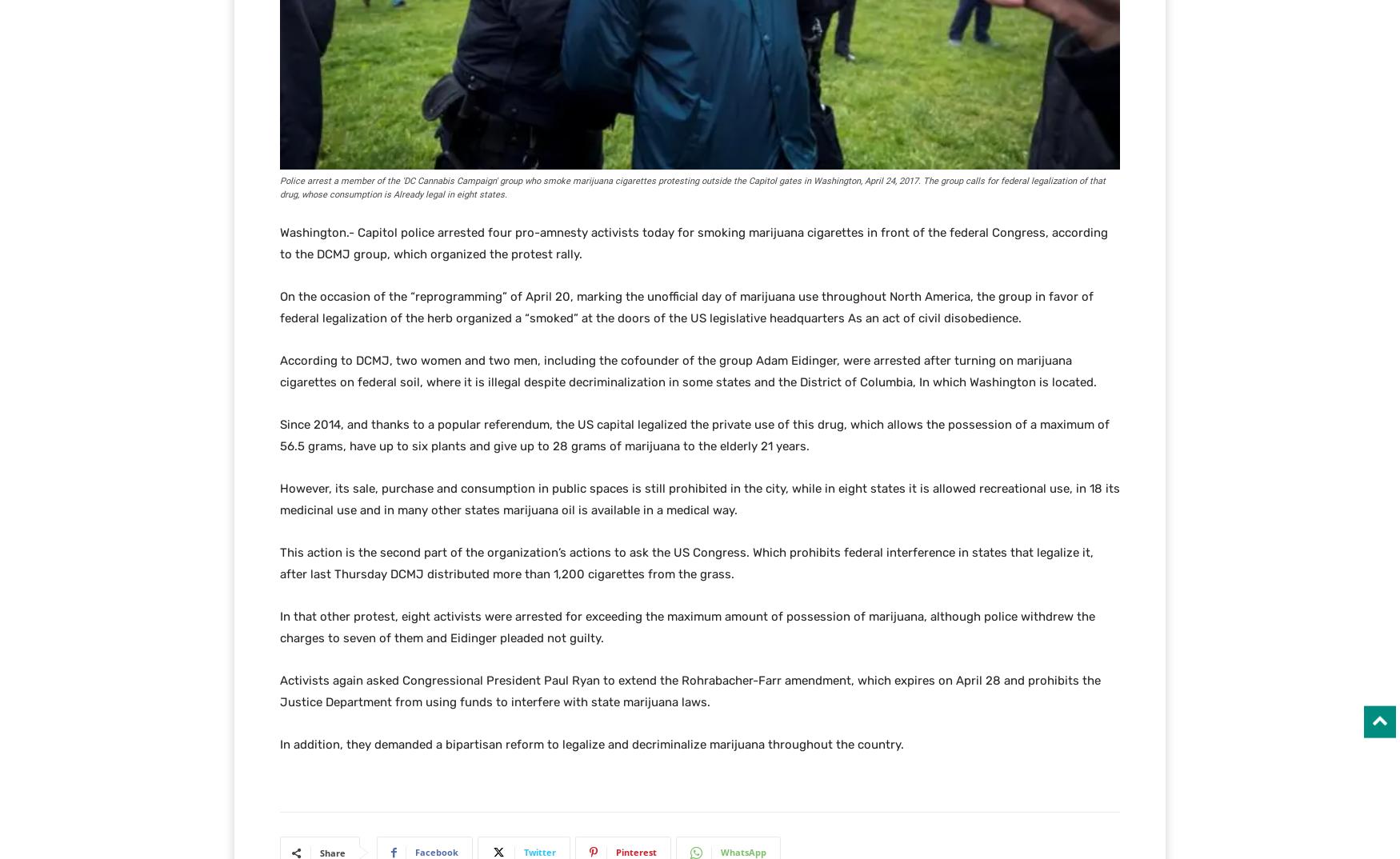 The width and height of the screenshot is (1400, 859). Describe the element at coordinates (693, 186) in the screenshot. I see `'Police arrest a member of the 'DC Cannabis Campaign' group who smoke marijuana cigarettes protesting outside the Capitol gates in Washington, April 24, 2017. The group calls for federal legalization of that drug, whose consumption is Already legal in eight states.'` at that location.